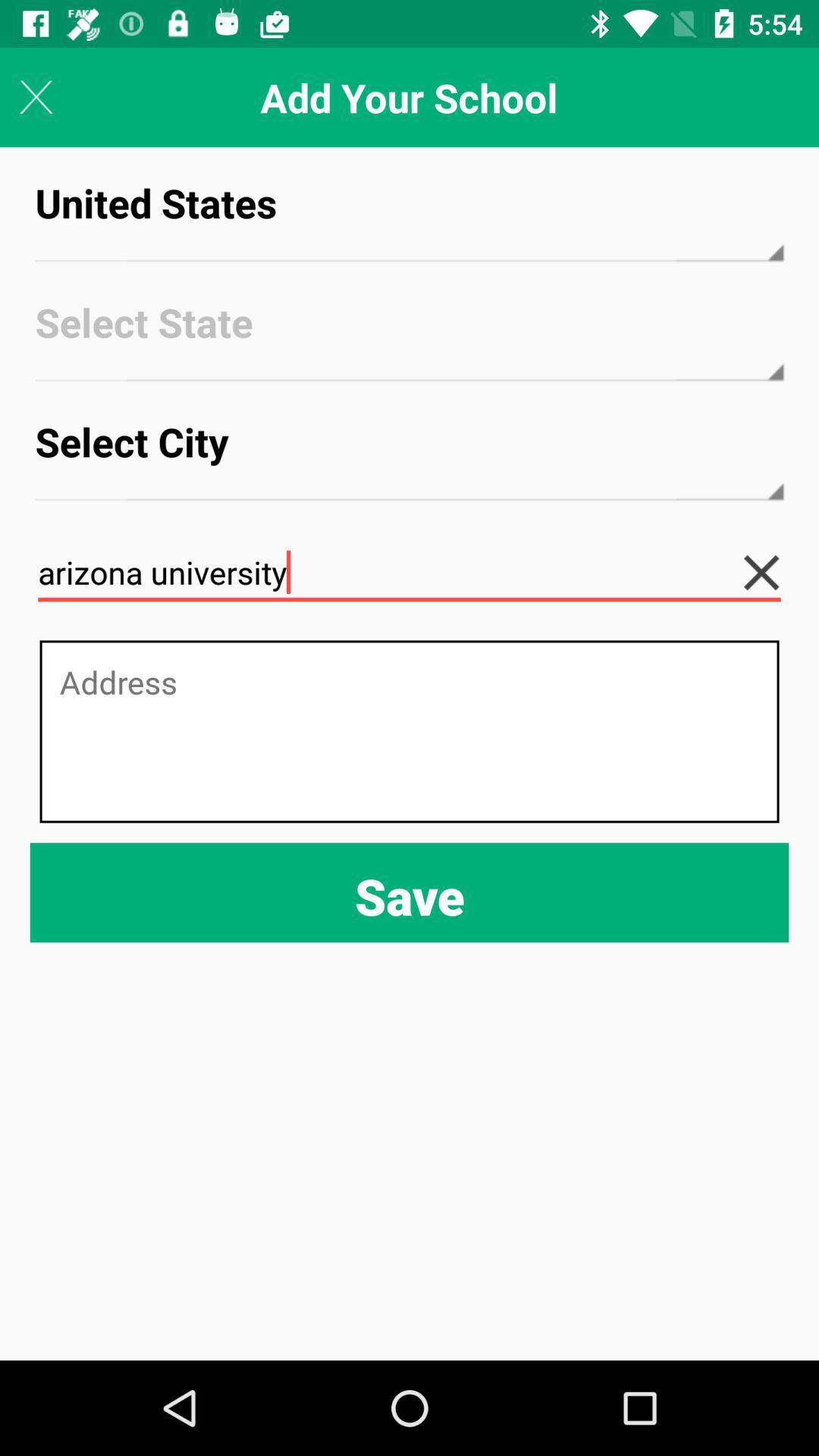 The width and height of the screenshot is (819, 1456). I want to click on the icon below the select city, so click(773, 572).